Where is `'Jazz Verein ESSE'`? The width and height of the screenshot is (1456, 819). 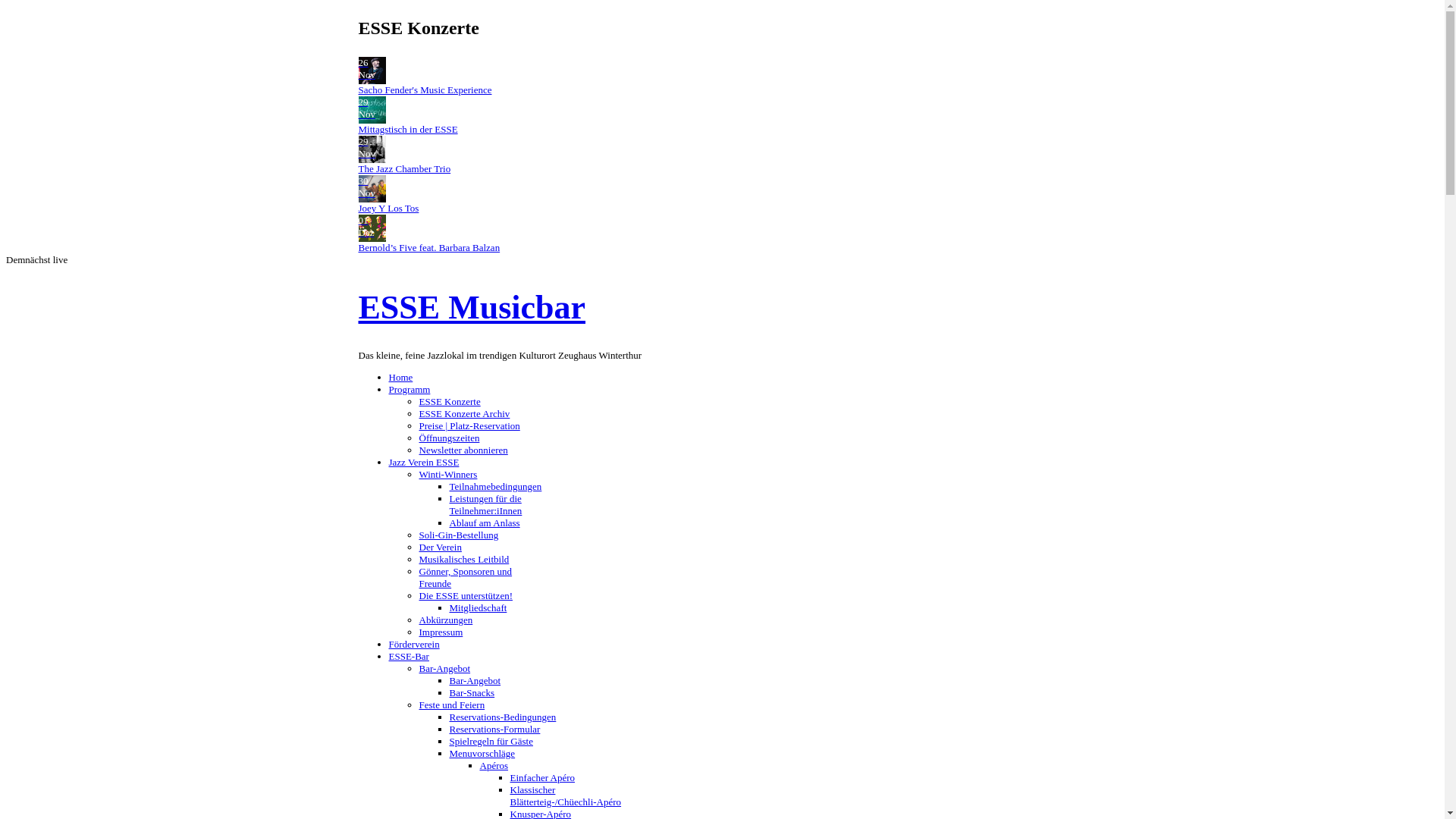
'Jazz Verein ESSE' is located at coordinates (388, 461).